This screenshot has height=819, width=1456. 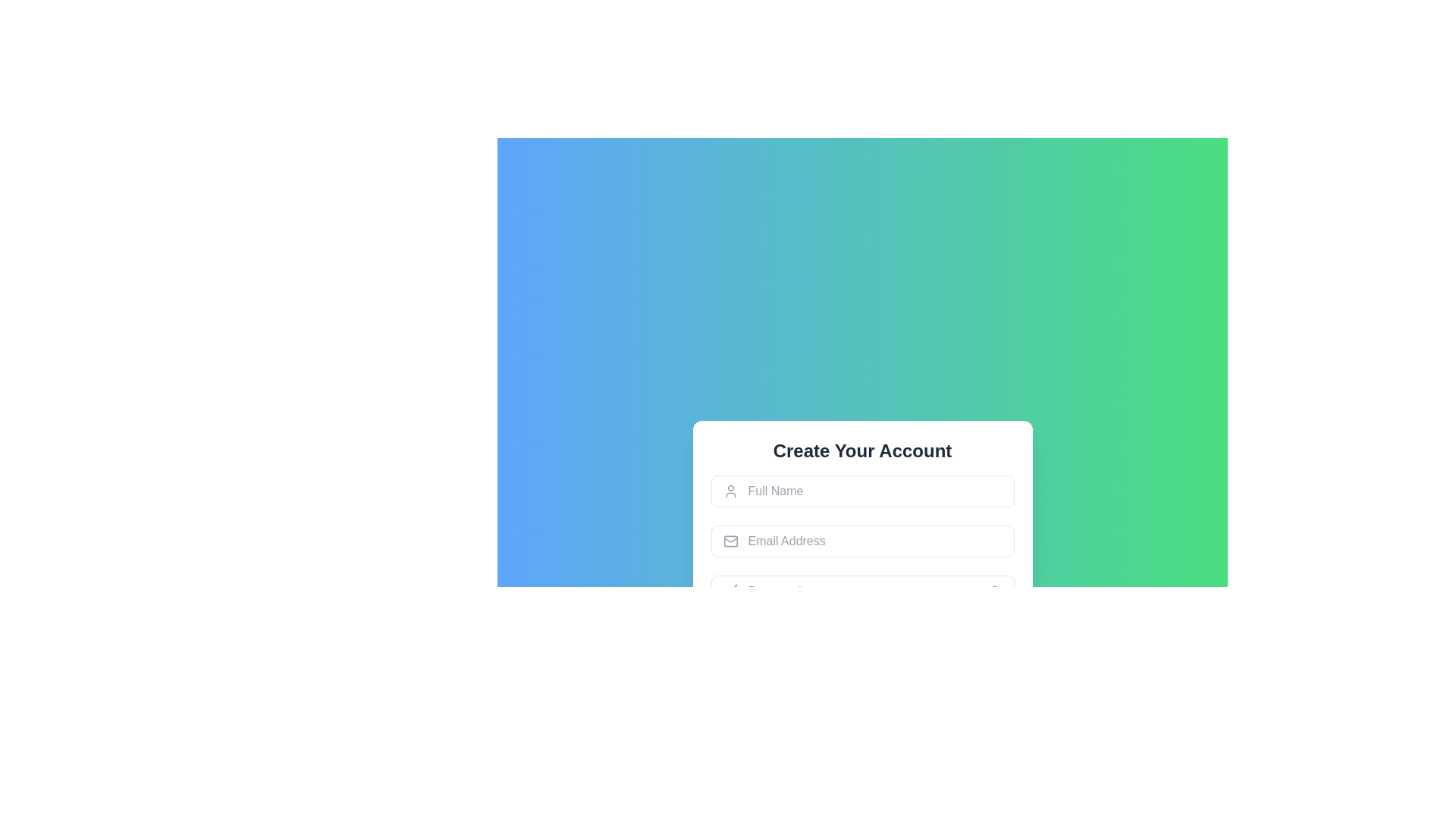 What do you see at coordinates (994, 590) in the screenshot?
I see `the password visibility toggle button located at the far right of the password input field to change its color` at bounding box center [994, 590].